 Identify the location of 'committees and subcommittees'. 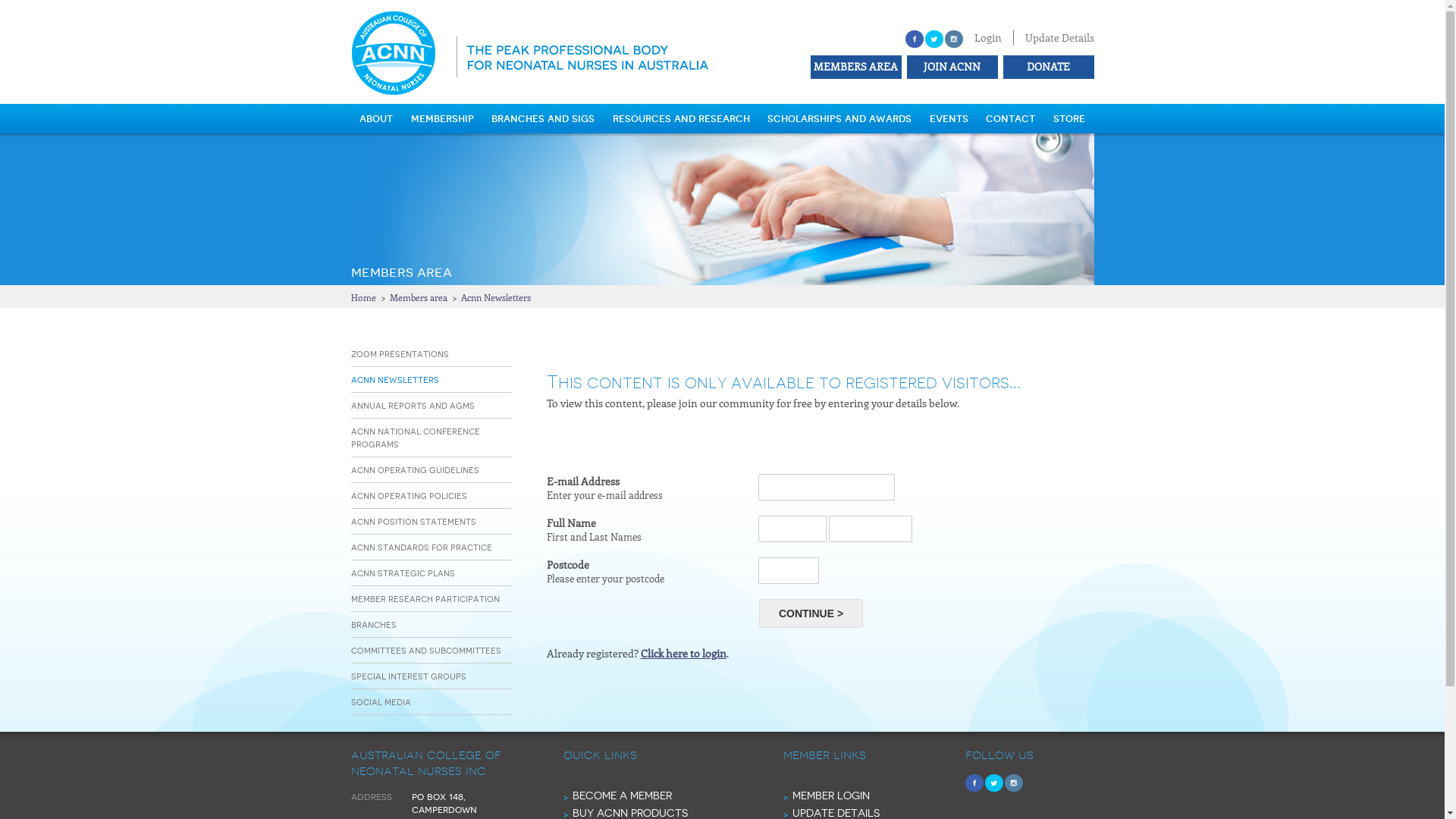
(425, 649).